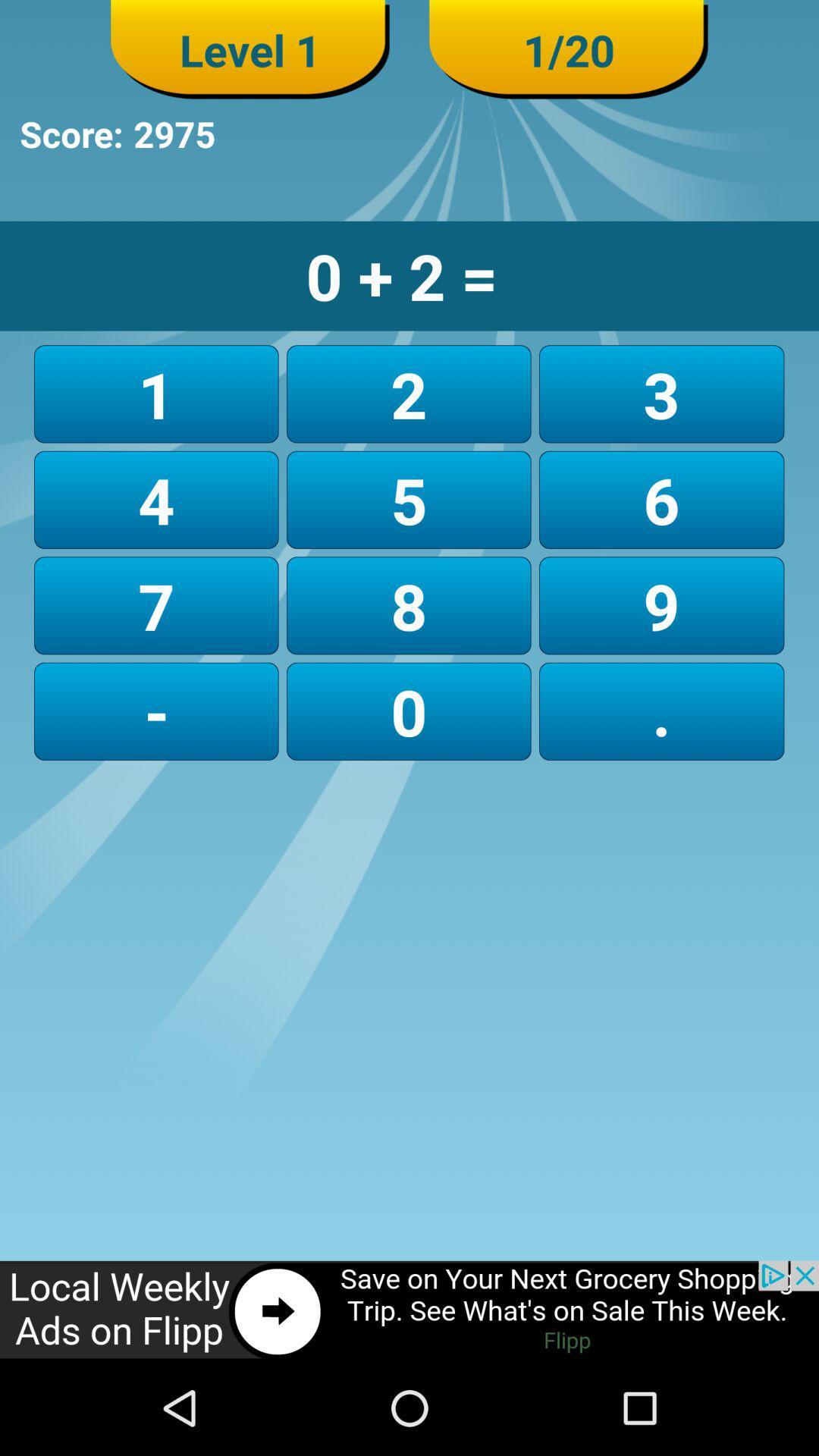  What do you see at coordinates (409, 1310) in the screenshot?
I see `open advertisement` at bounding box center [409, 1310].